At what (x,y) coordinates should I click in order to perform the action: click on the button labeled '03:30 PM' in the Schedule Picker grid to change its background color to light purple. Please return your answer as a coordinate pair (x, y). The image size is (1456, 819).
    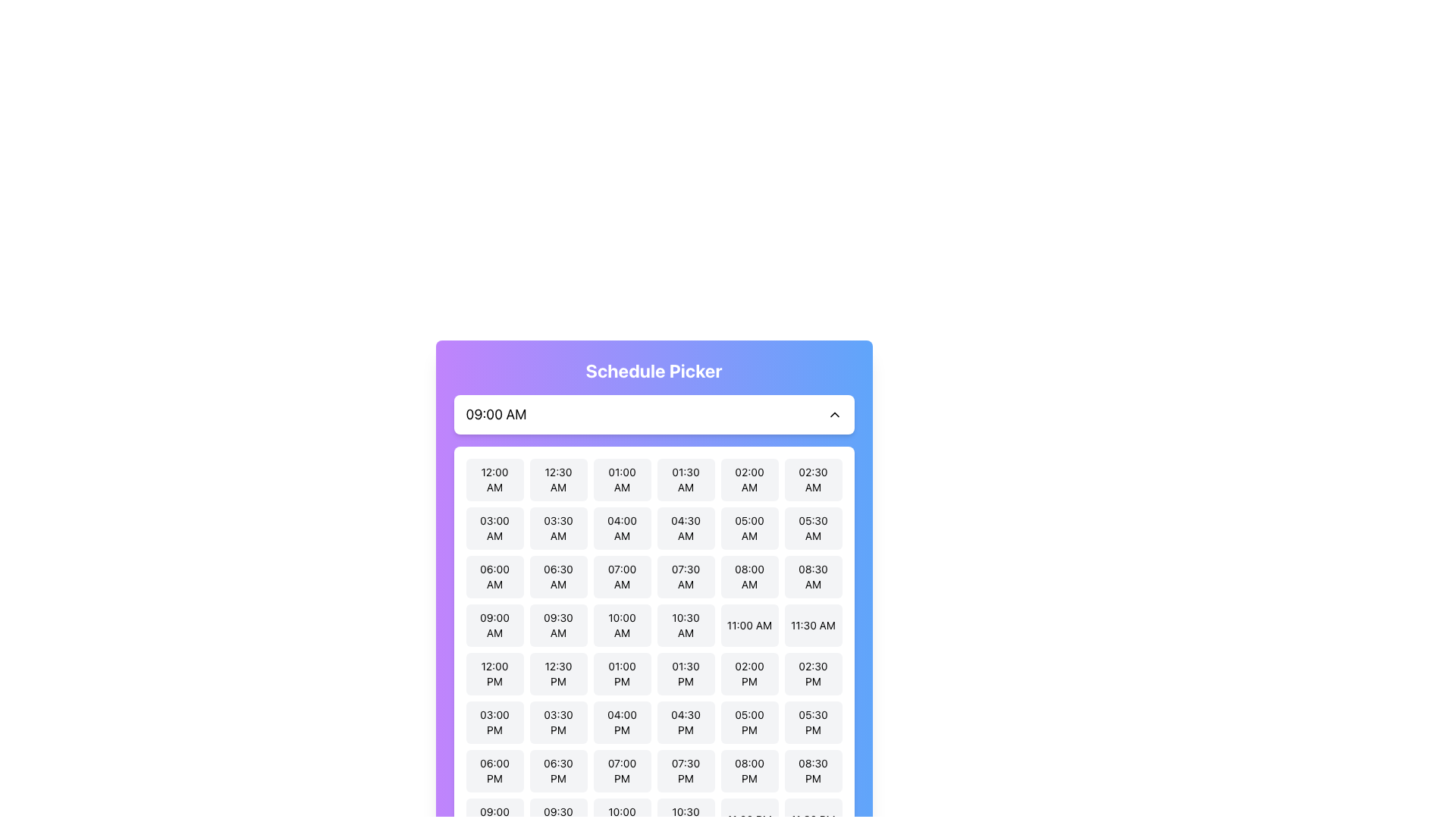
    Looking at the image, I should click on (557, 721).